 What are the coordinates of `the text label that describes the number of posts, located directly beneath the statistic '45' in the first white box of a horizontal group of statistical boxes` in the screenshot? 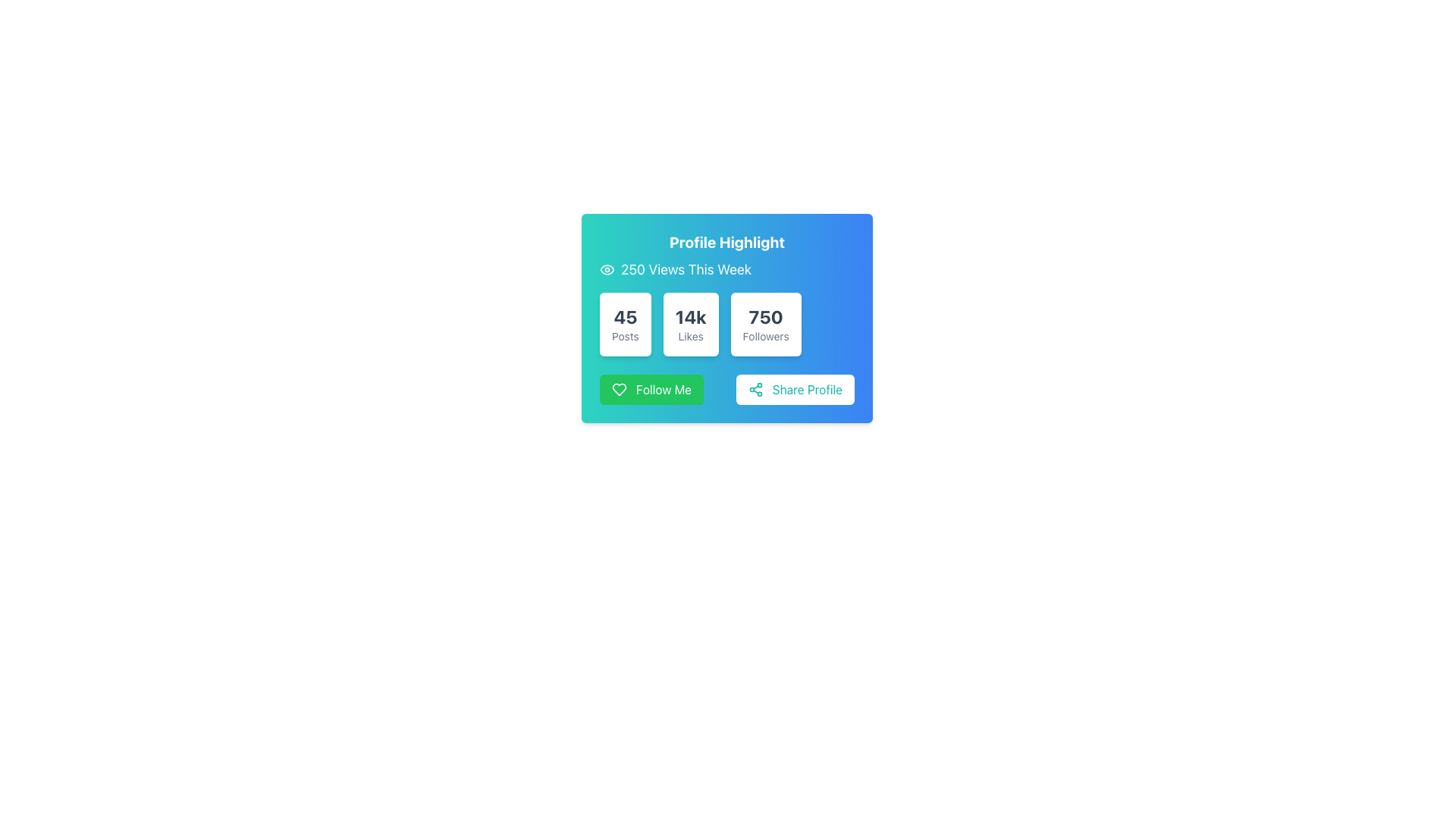 It's located at (625, 335).